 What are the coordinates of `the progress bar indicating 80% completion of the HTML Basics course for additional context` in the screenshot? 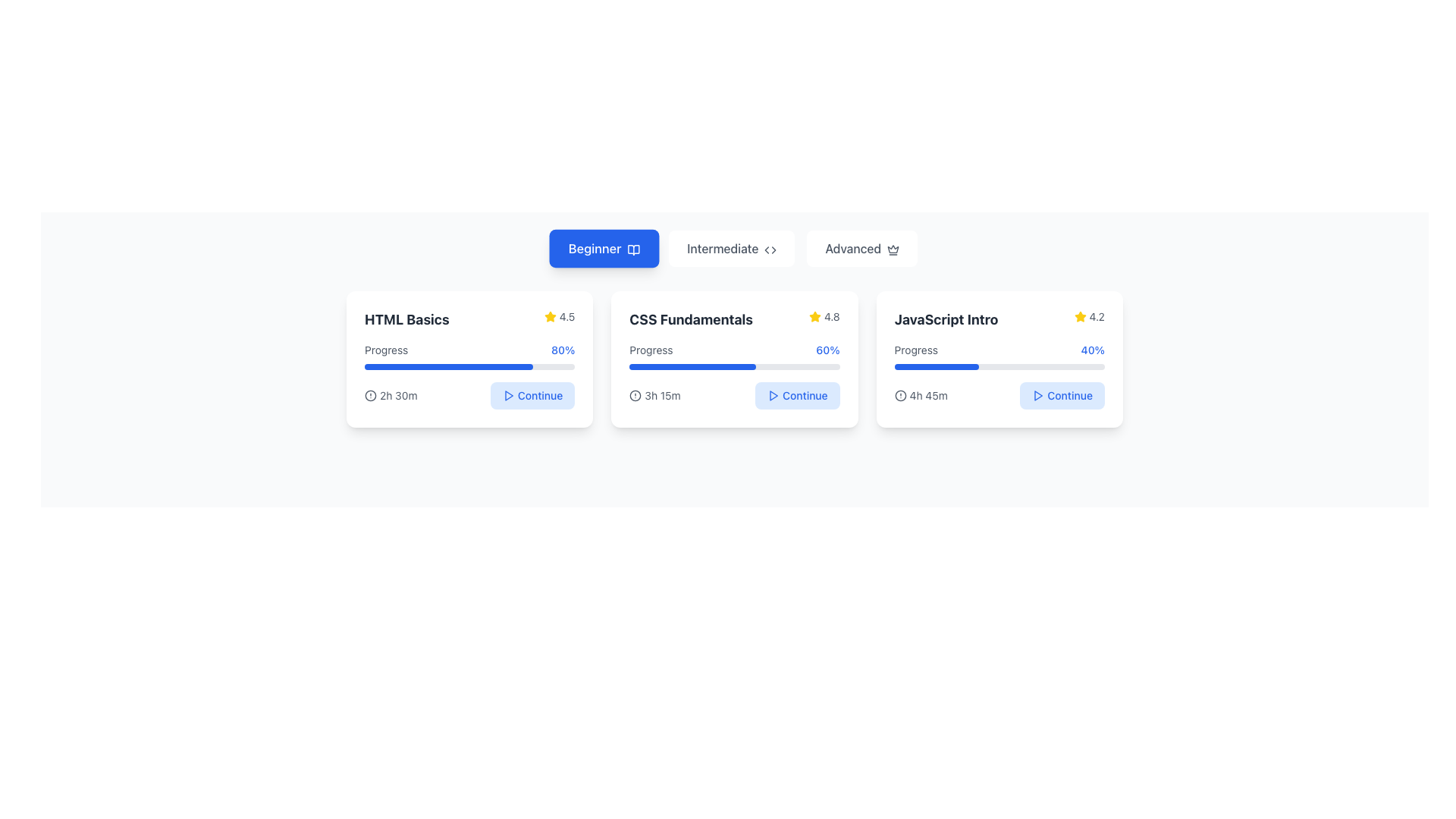 It's located at (469, 366).